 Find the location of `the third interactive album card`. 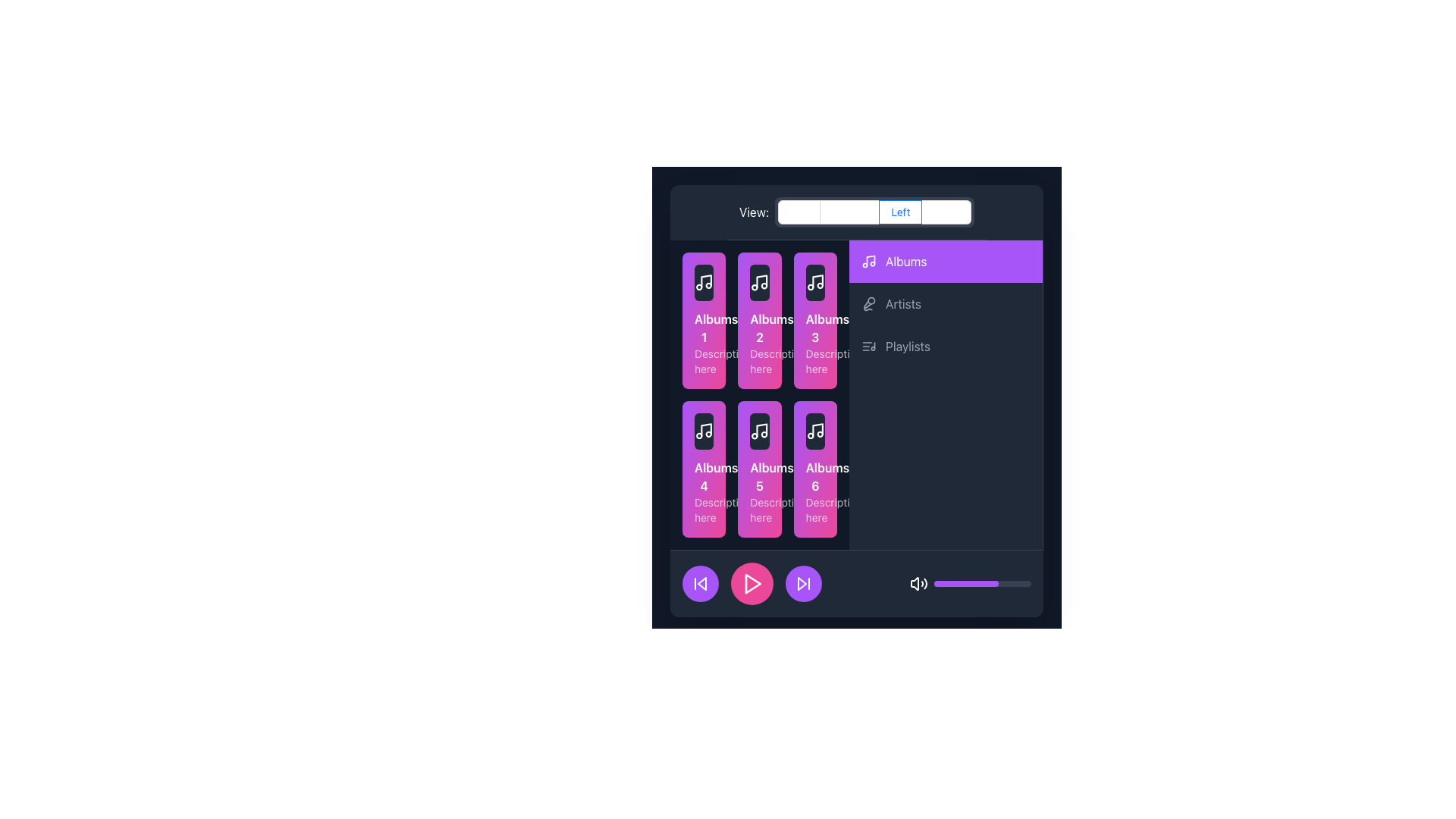

the third interactive album card is located at coordinates (814, 320).